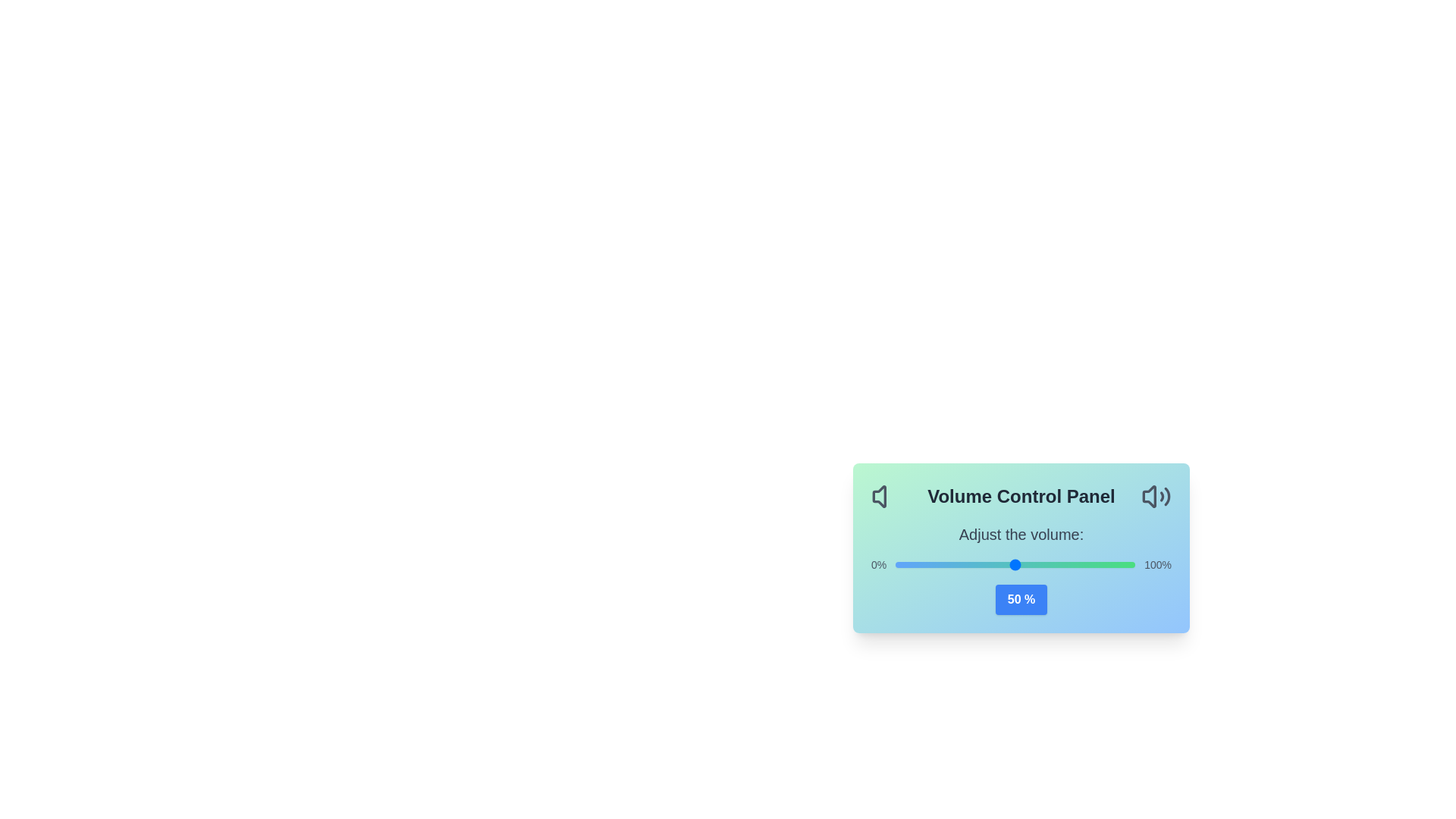 The image size is (1456, 819). I want to click on the volume slider to 31%, so click(969, 564).